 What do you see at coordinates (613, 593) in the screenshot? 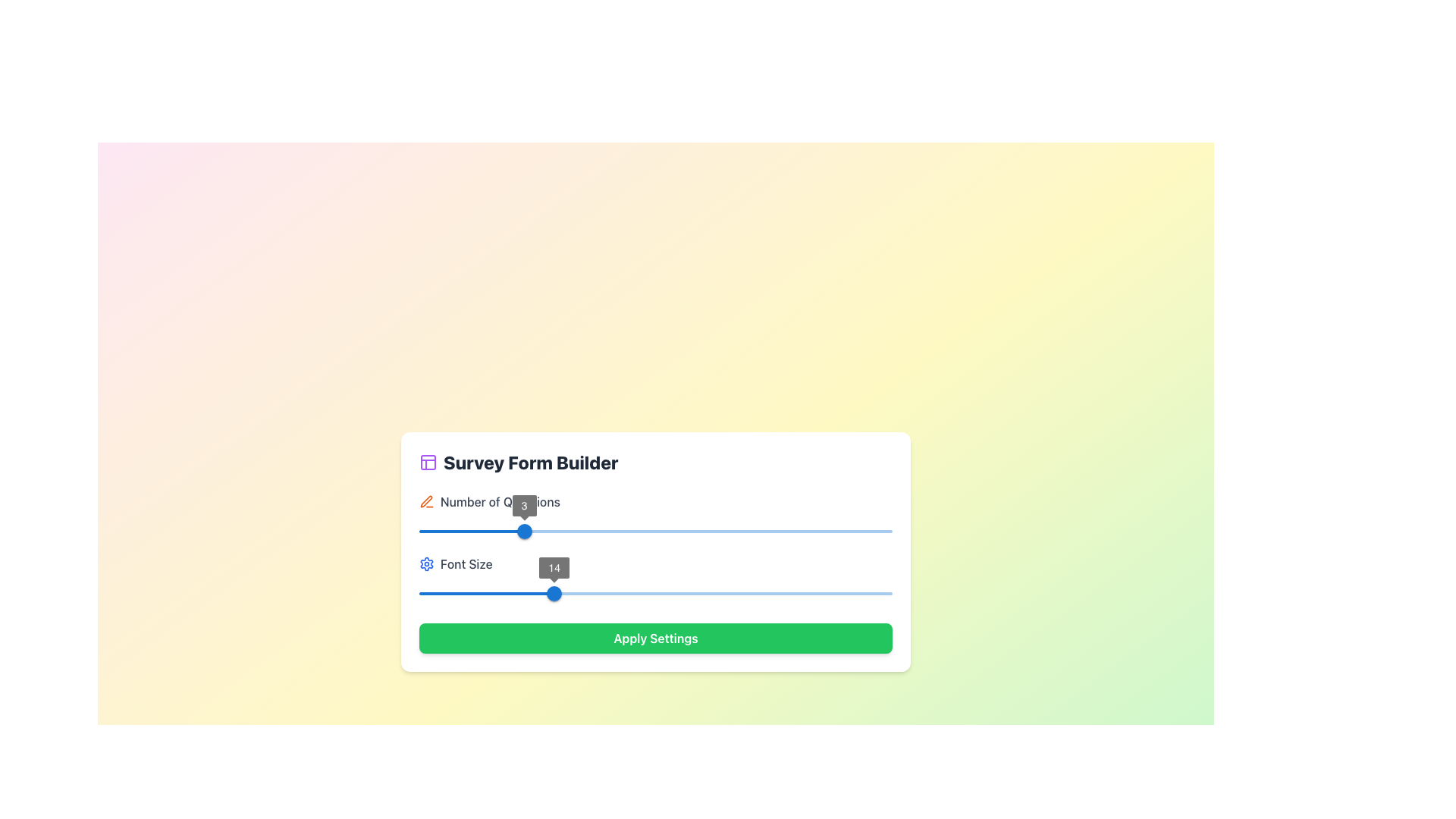
I see `font size` at bounding box center [613, 593].